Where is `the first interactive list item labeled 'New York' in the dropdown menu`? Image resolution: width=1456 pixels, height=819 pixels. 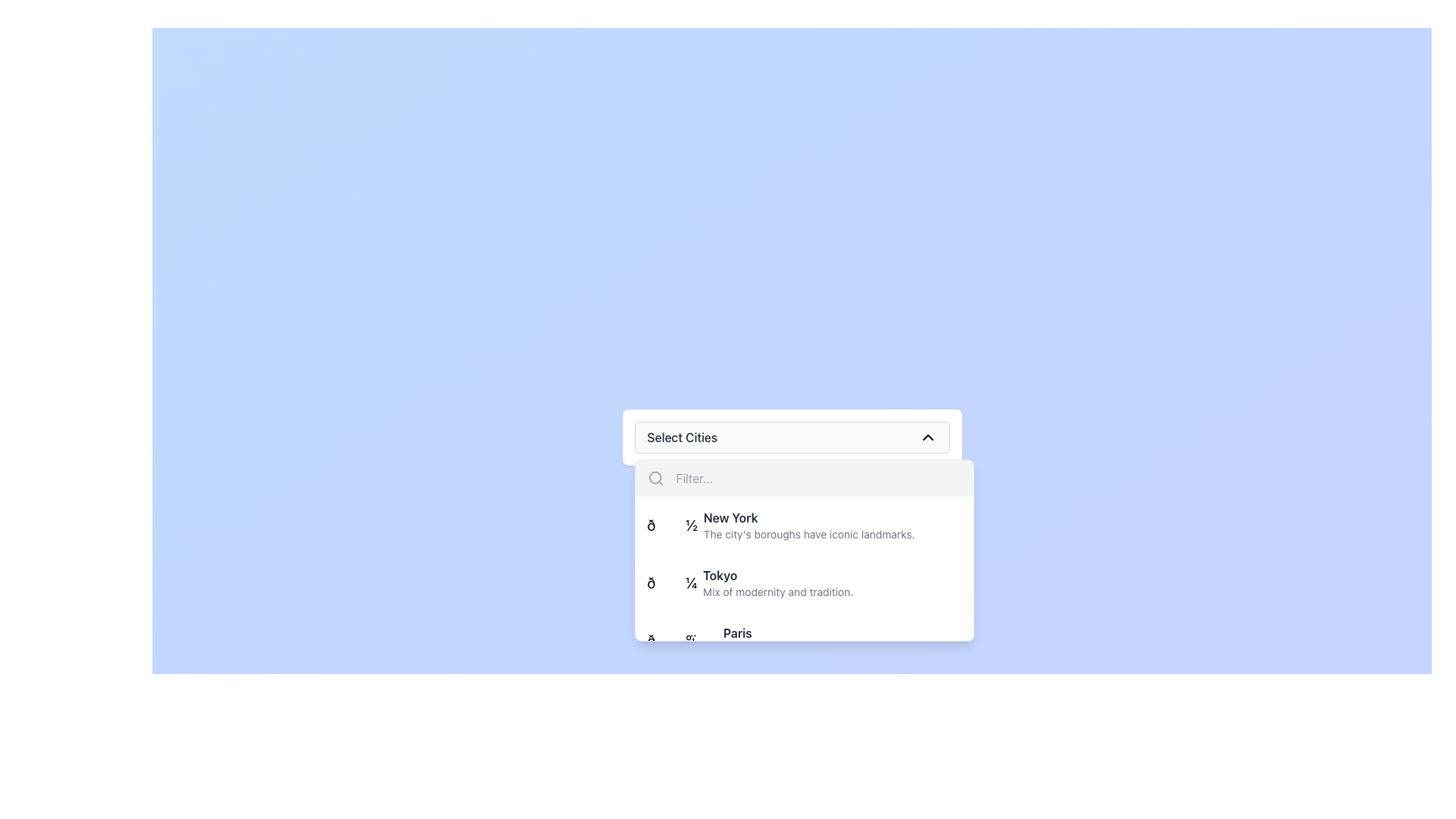
the first interactive list item labeled 'New York' in the dropdown menu is located at coordinates (803, 525).